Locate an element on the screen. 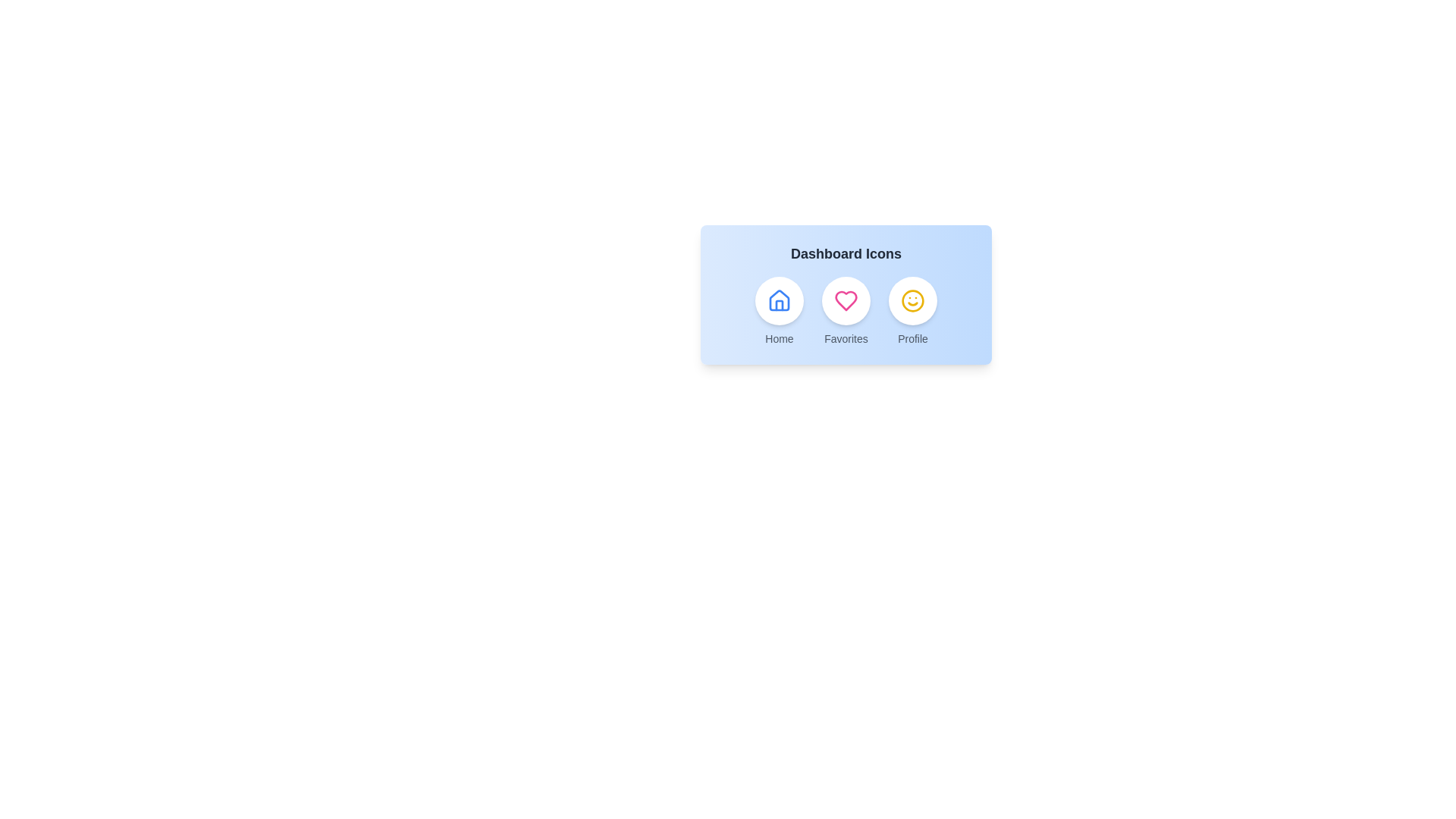  the circular icon with a yellow smiling face illustration, titled 'Profile' is located at coordinates (912, 301).